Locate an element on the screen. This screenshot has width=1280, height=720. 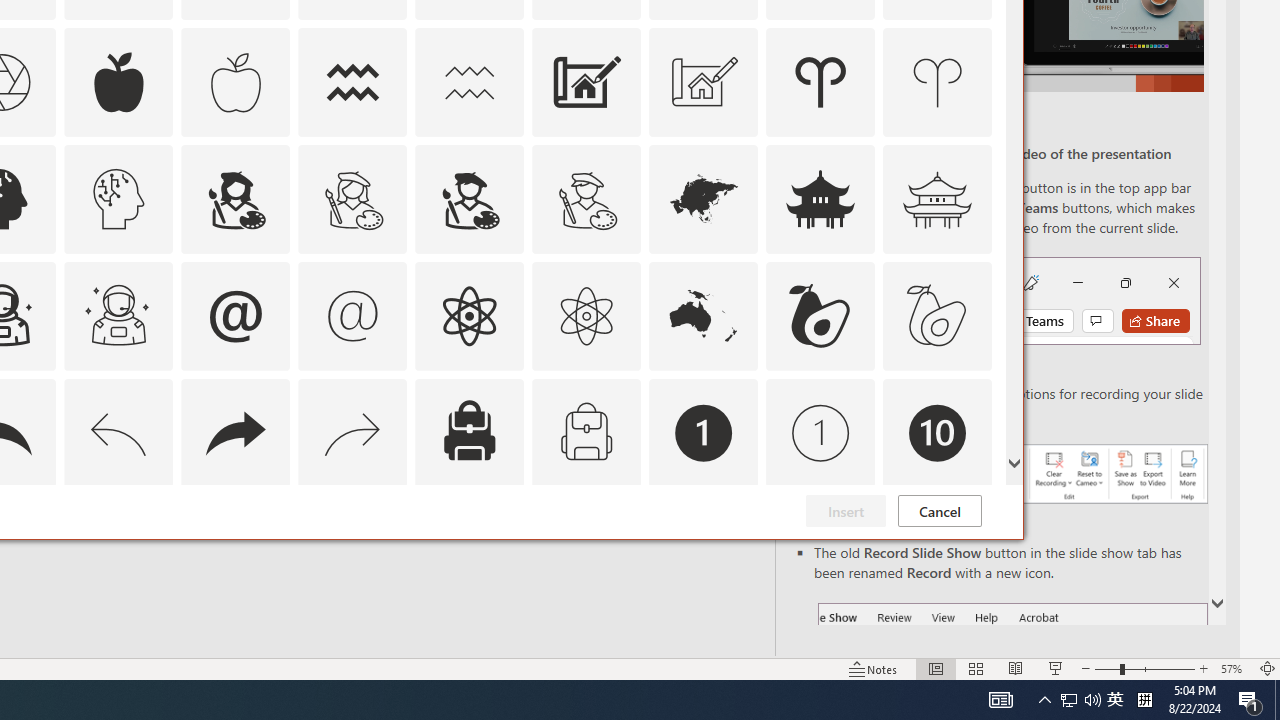
'AutomationID: Icons_Badge1' is located at coordinates (704, 431).